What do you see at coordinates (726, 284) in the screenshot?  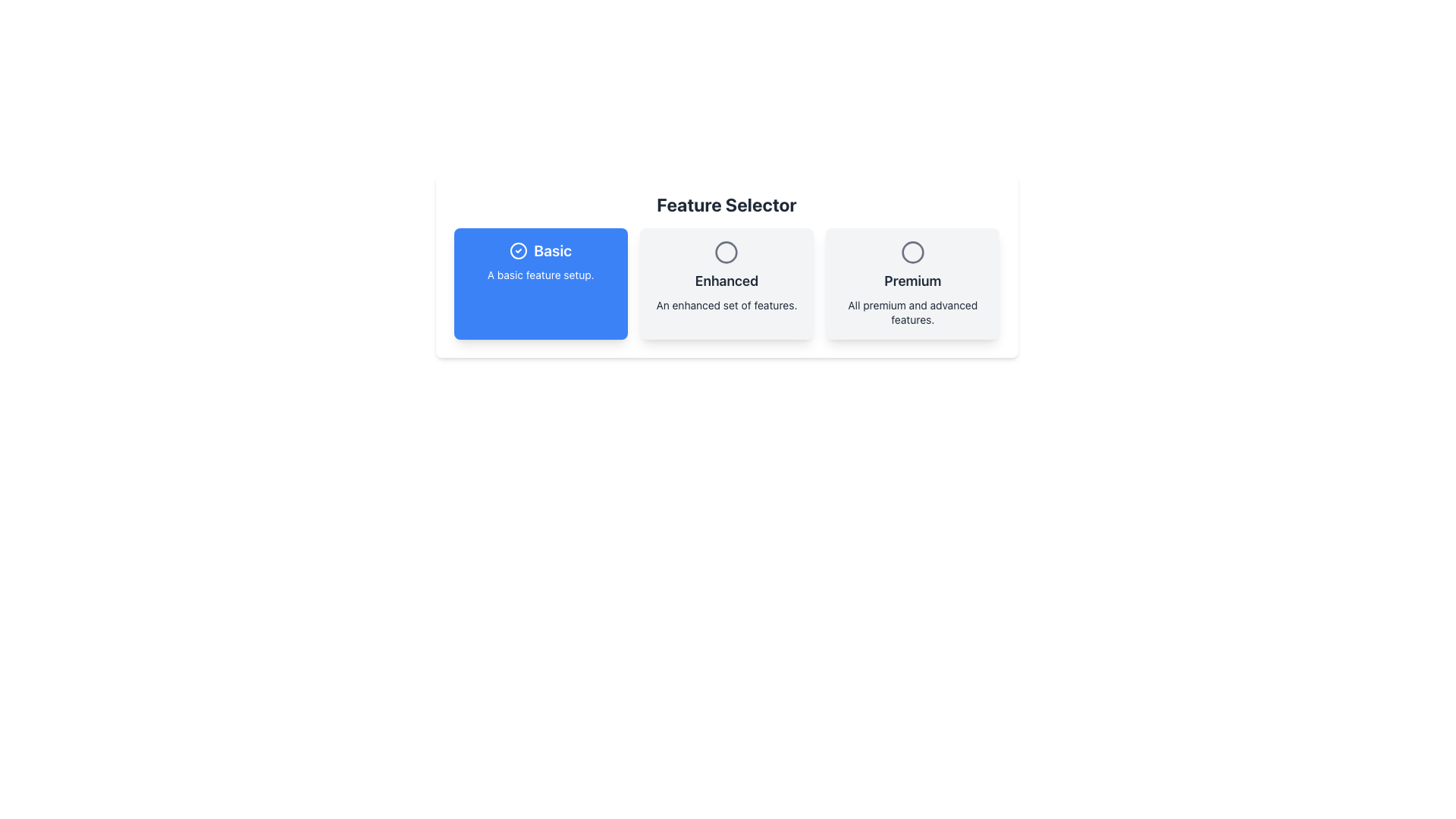 I see `the middle option of the Interactive selection grid located under the title 'Feature Selector'` at bounding box center [726, 284].